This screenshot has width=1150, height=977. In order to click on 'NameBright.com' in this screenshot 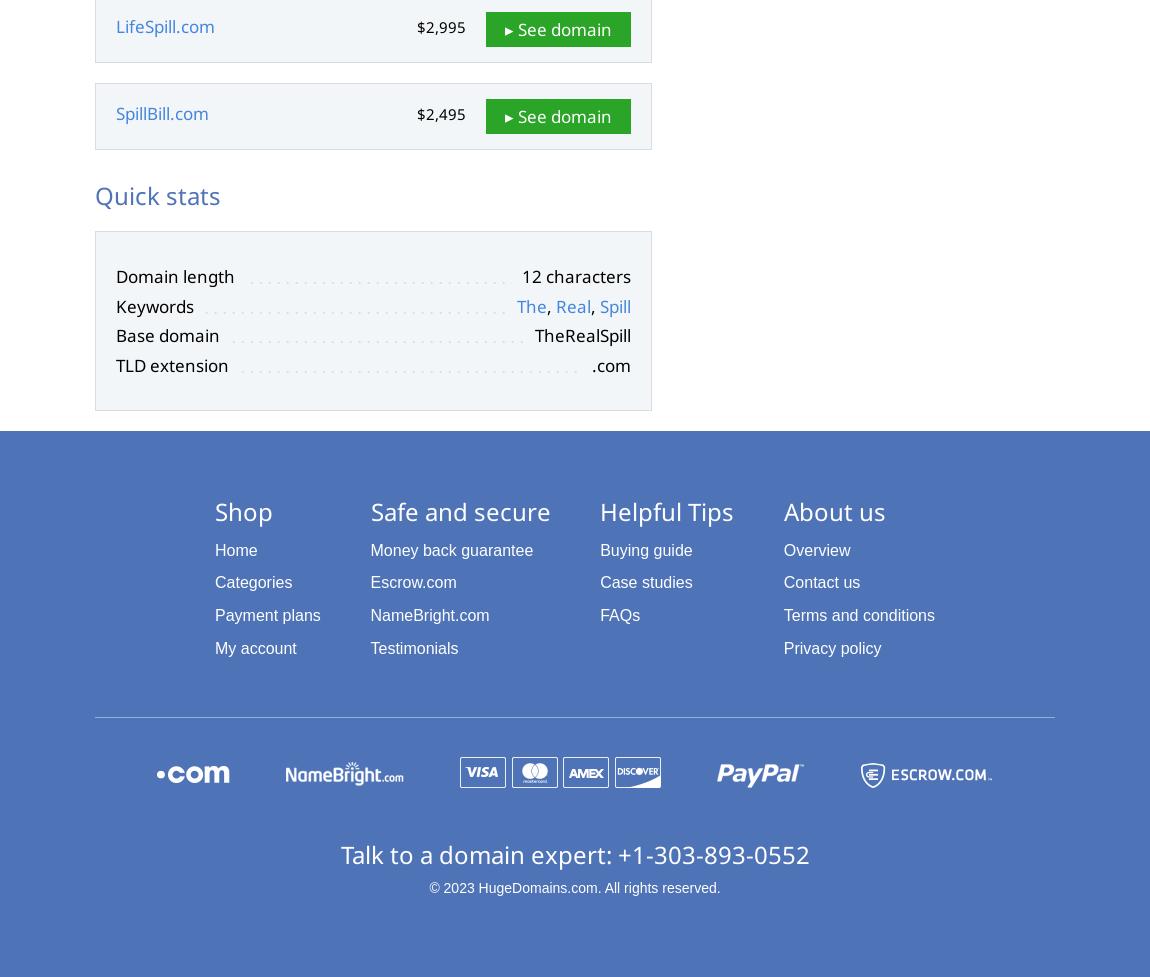, I will do `click(429, 614)`.